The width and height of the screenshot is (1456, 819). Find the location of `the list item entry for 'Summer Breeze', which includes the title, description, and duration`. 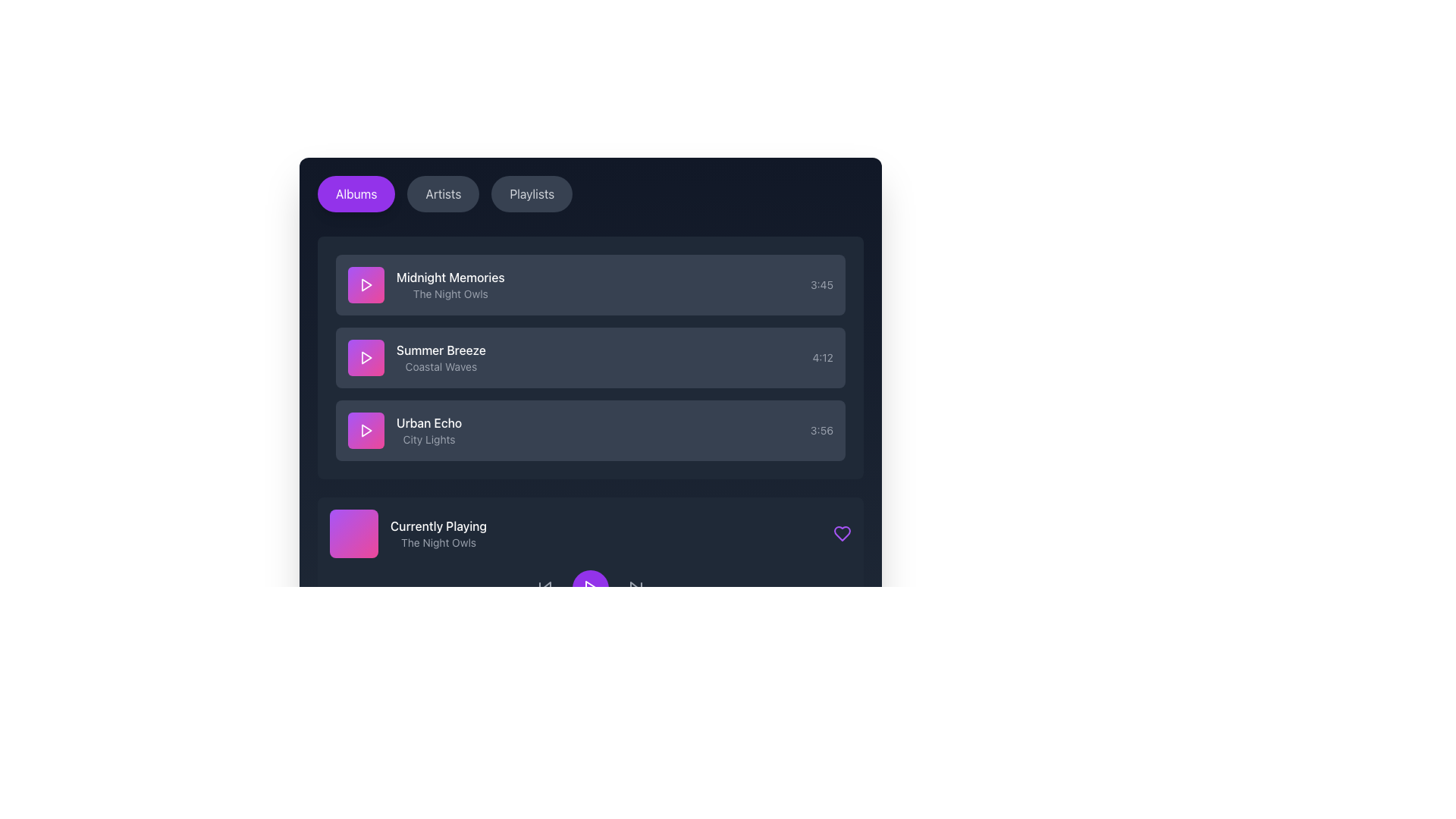

the list item entry for 'Summer Breeze', which includes the title, description, and duration is located at coordinates (589, 357).